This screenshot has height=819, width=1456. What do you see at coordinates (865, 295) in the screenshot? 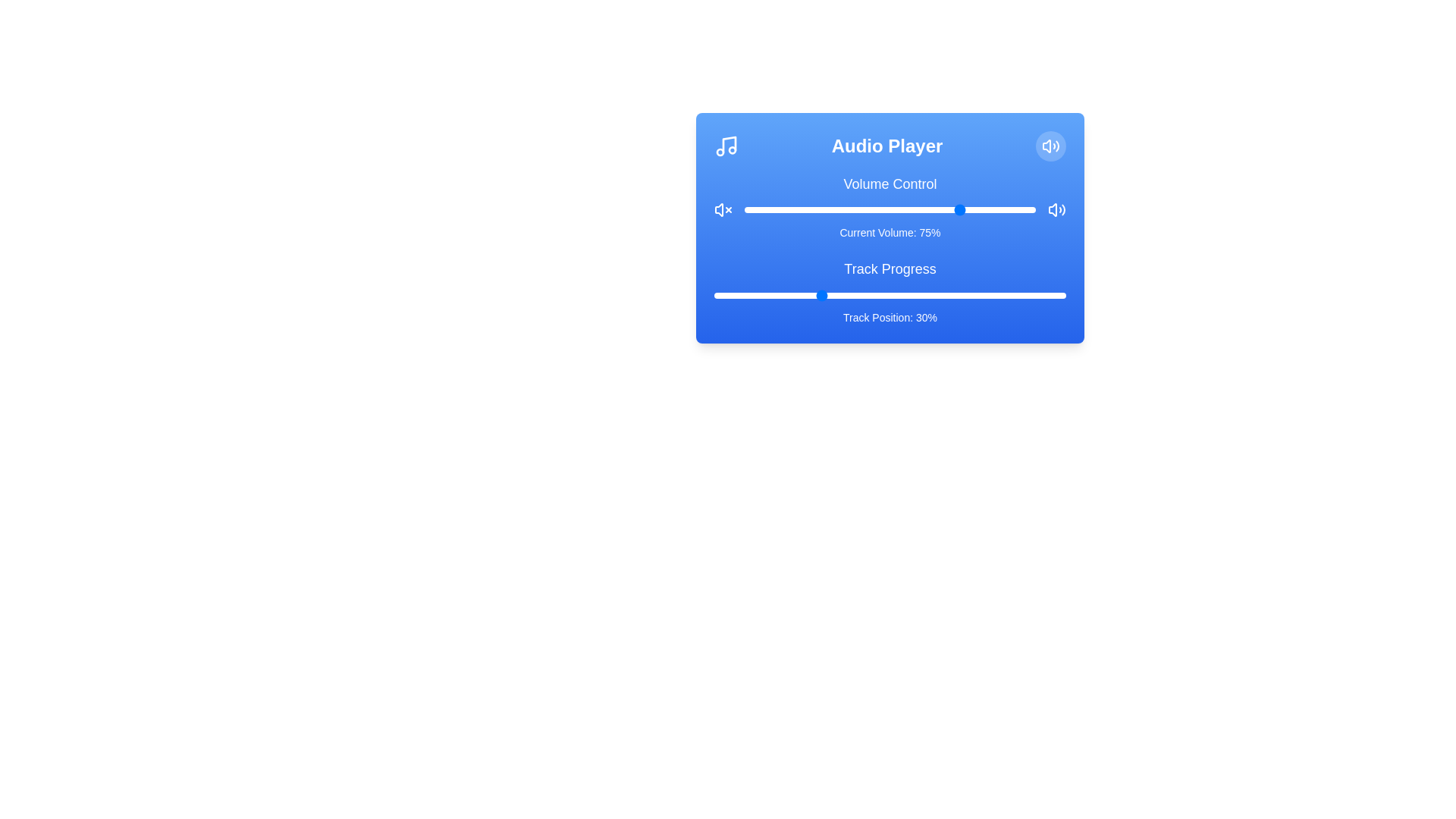
I see `the track position` at bounding box center [865, 295].